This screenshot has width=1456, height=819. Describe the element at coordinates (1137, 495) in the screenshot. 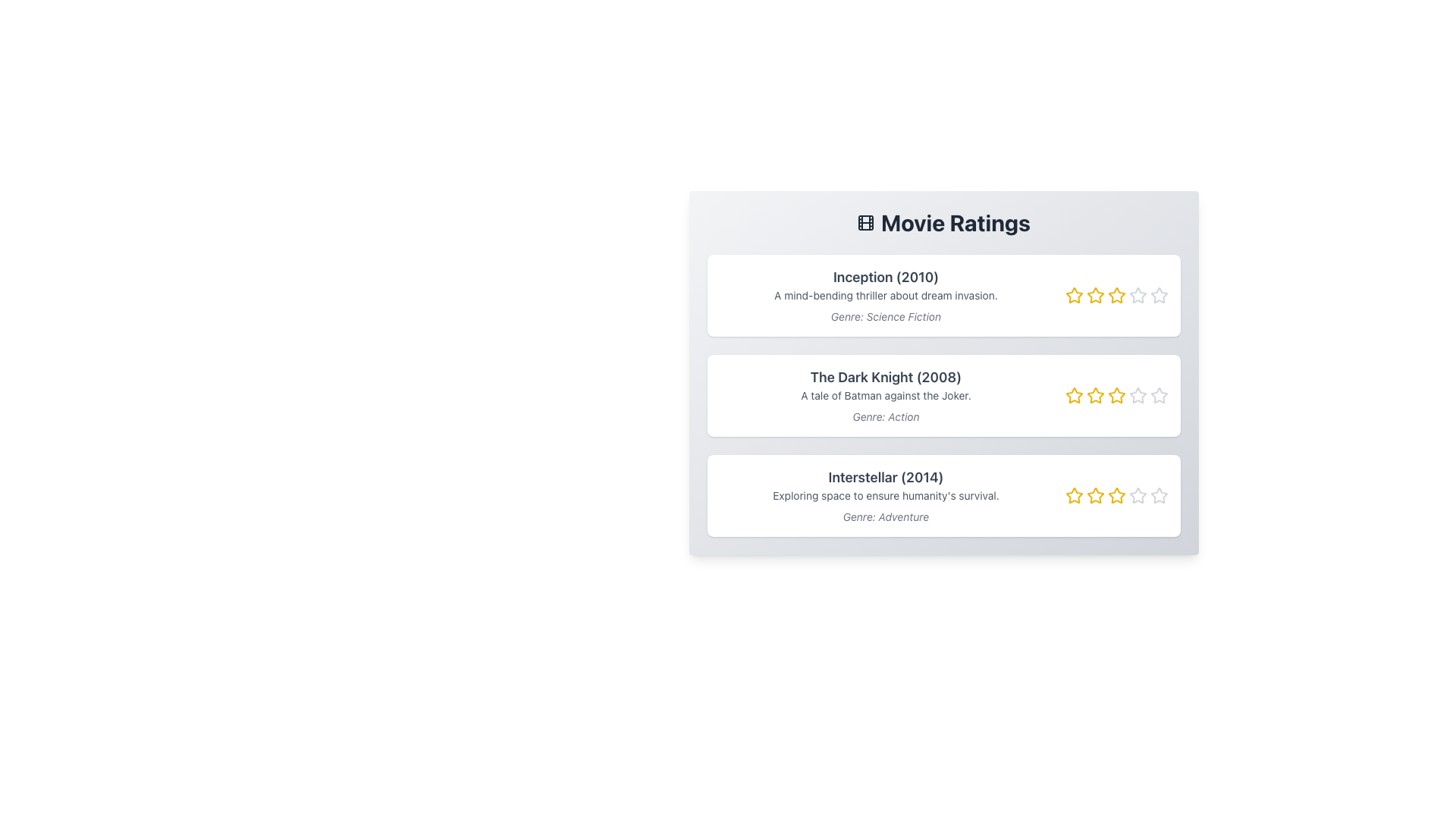

I see `the fifth star icon in the rating system for the movie 'Interstellar (2014)'` at that location.